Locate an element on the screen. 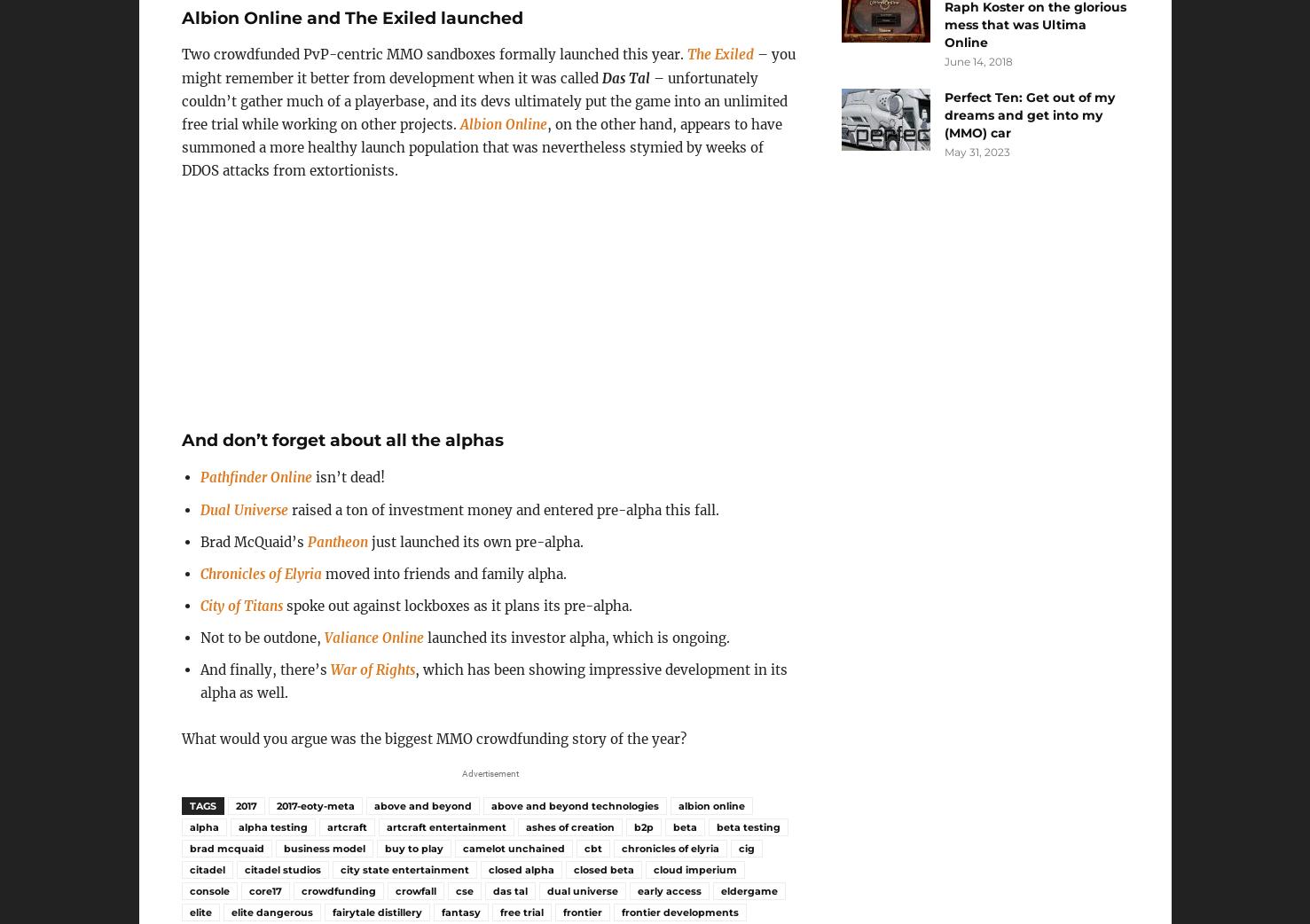 This screenshot has height=924, width=1310. 'artcraft entertainment' is located at coordinates (445, 826).